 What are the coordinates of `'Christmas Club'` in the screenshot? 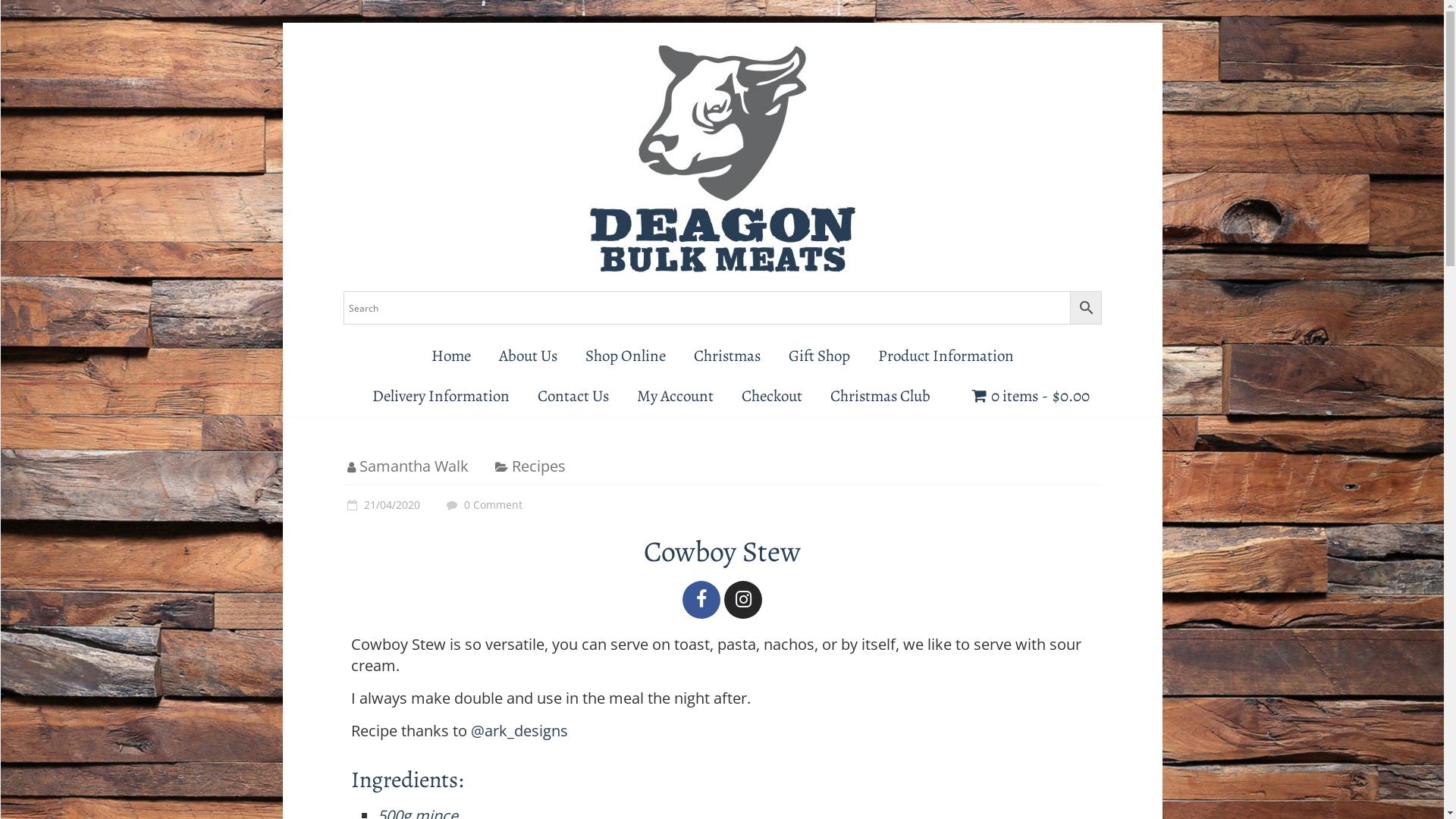 It's located at (880, 395).